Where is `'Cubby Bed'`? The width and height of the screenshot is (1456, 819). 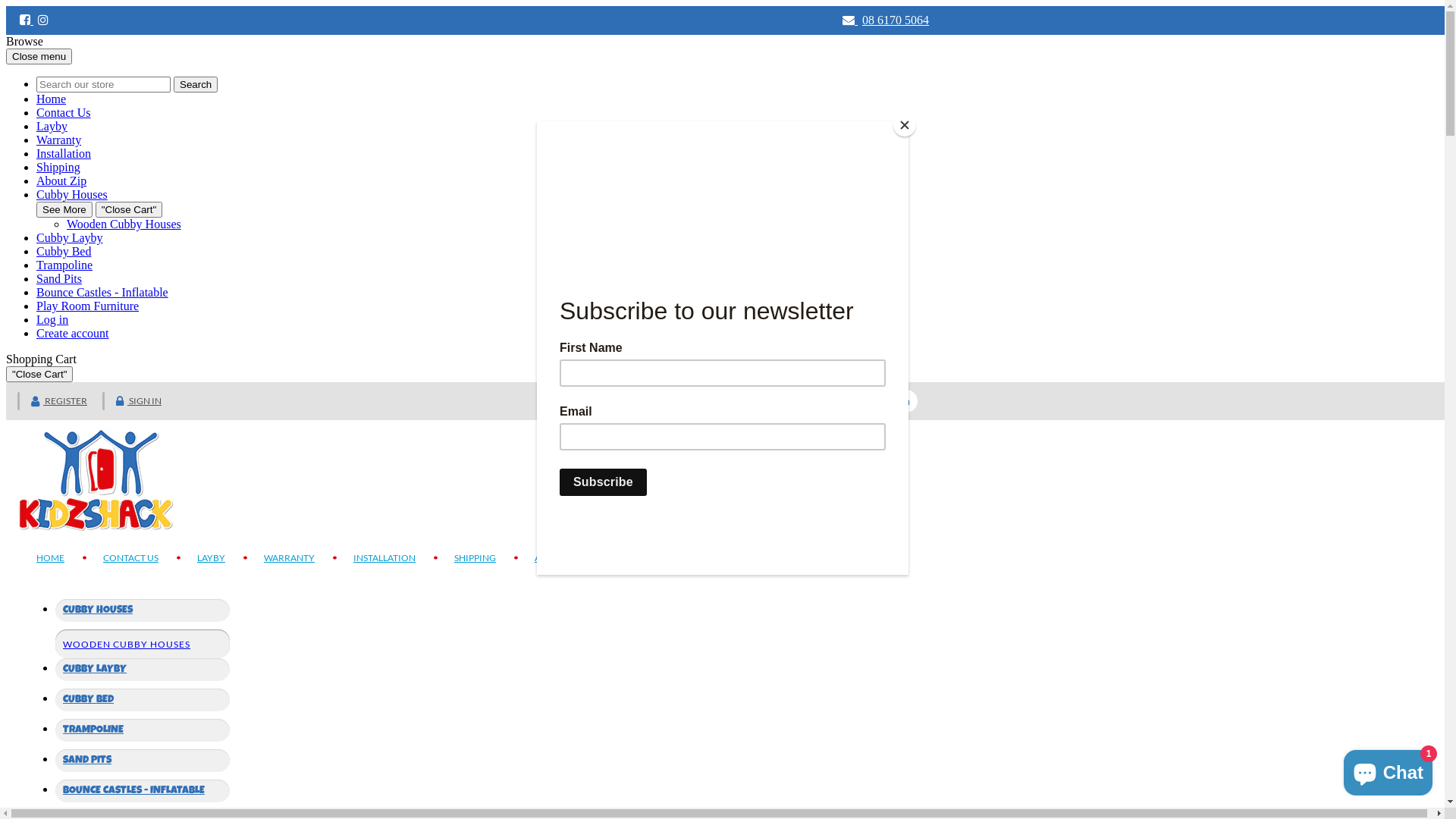 'Cubby Bed' is located at coordinates (62, 250).